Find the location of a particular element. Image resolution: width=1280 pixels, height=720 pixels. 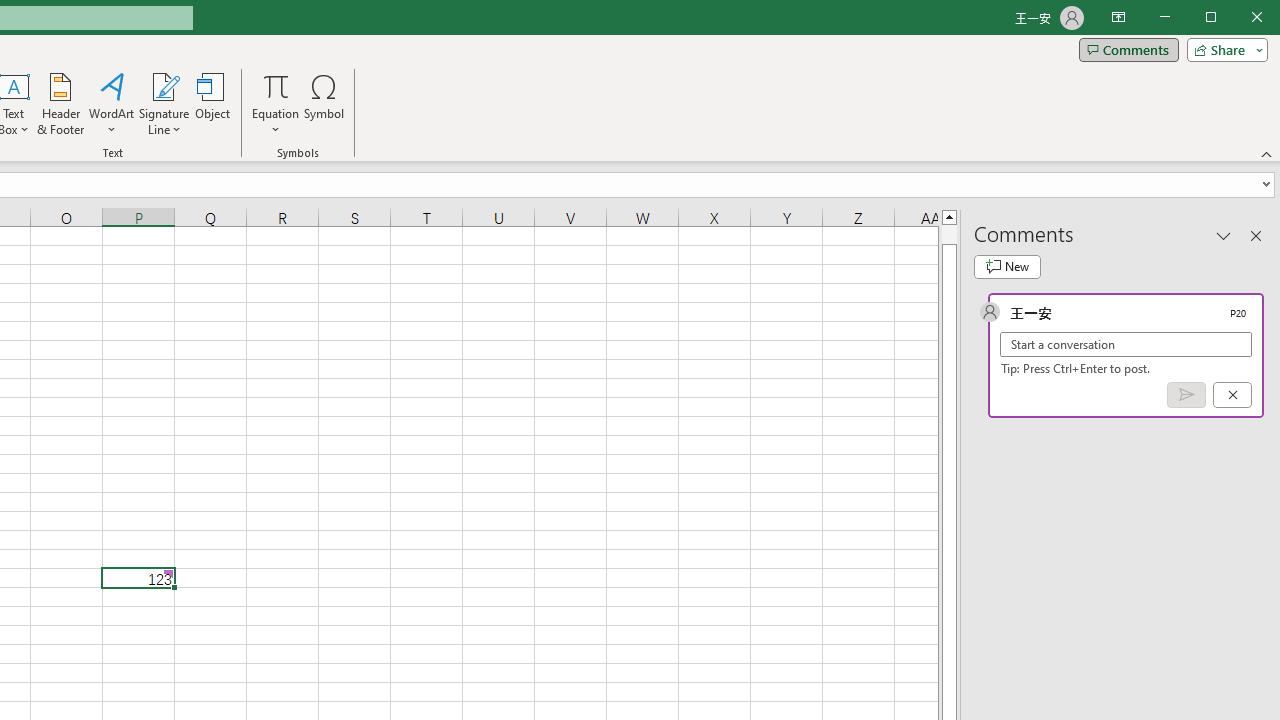

'Page up' is located at coordinates (948, 233).